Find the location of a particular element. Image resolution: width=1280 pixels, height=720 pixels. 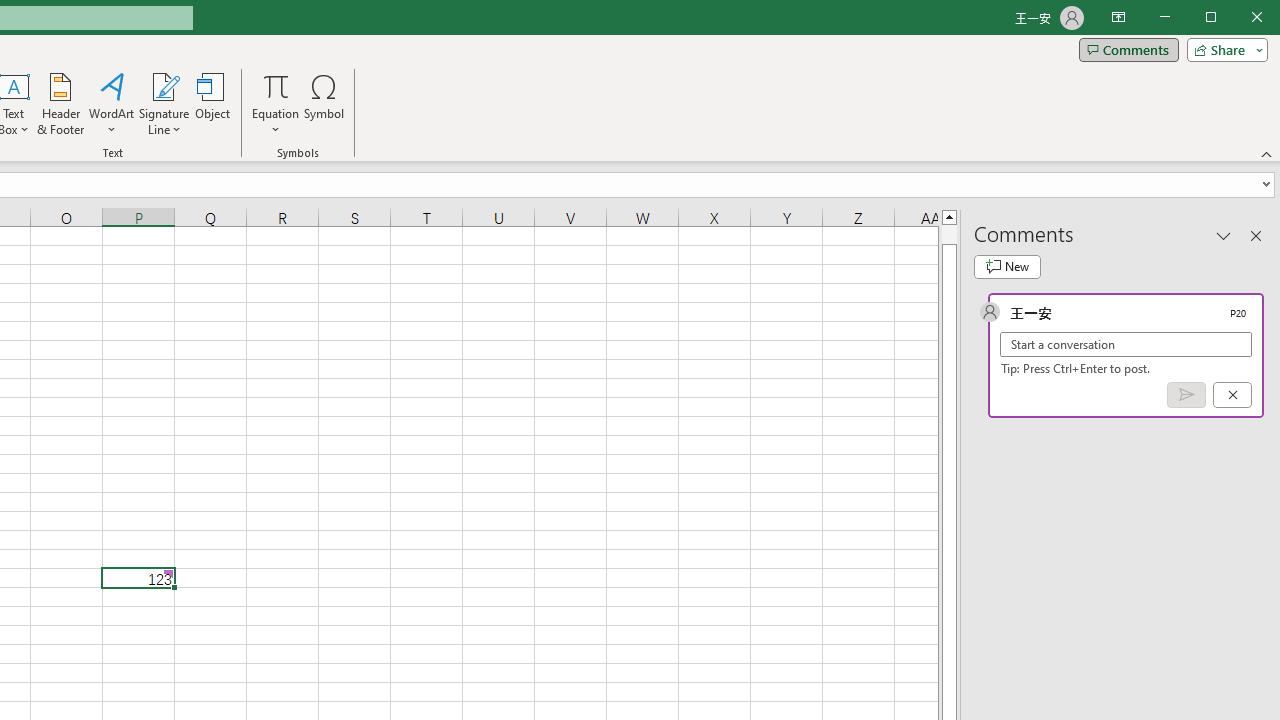

'Page up' is located at coordinates (948, 233).